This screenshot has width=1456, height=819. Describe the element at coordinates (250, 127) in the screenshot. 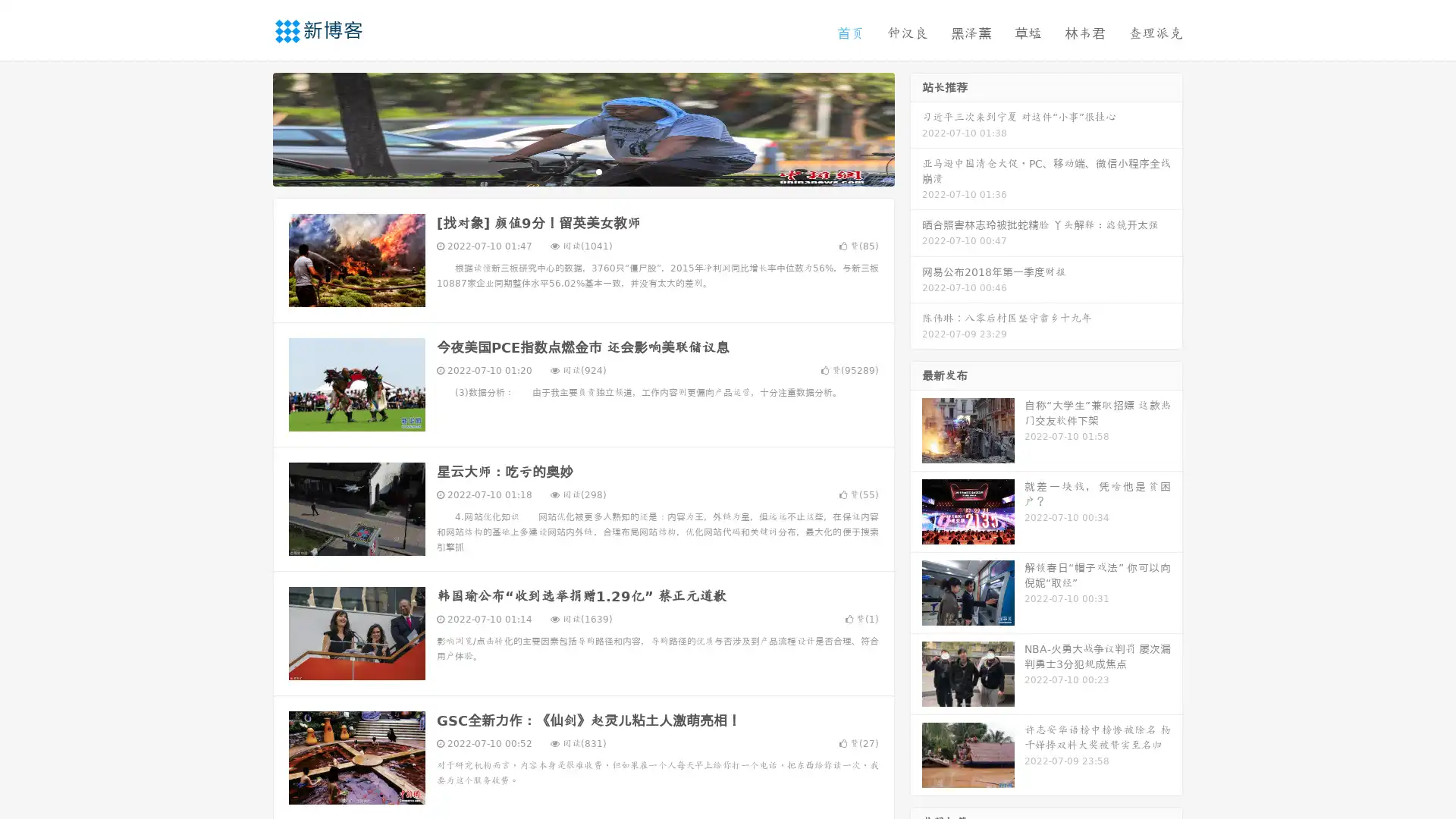

I see `Previous slide` at that location.